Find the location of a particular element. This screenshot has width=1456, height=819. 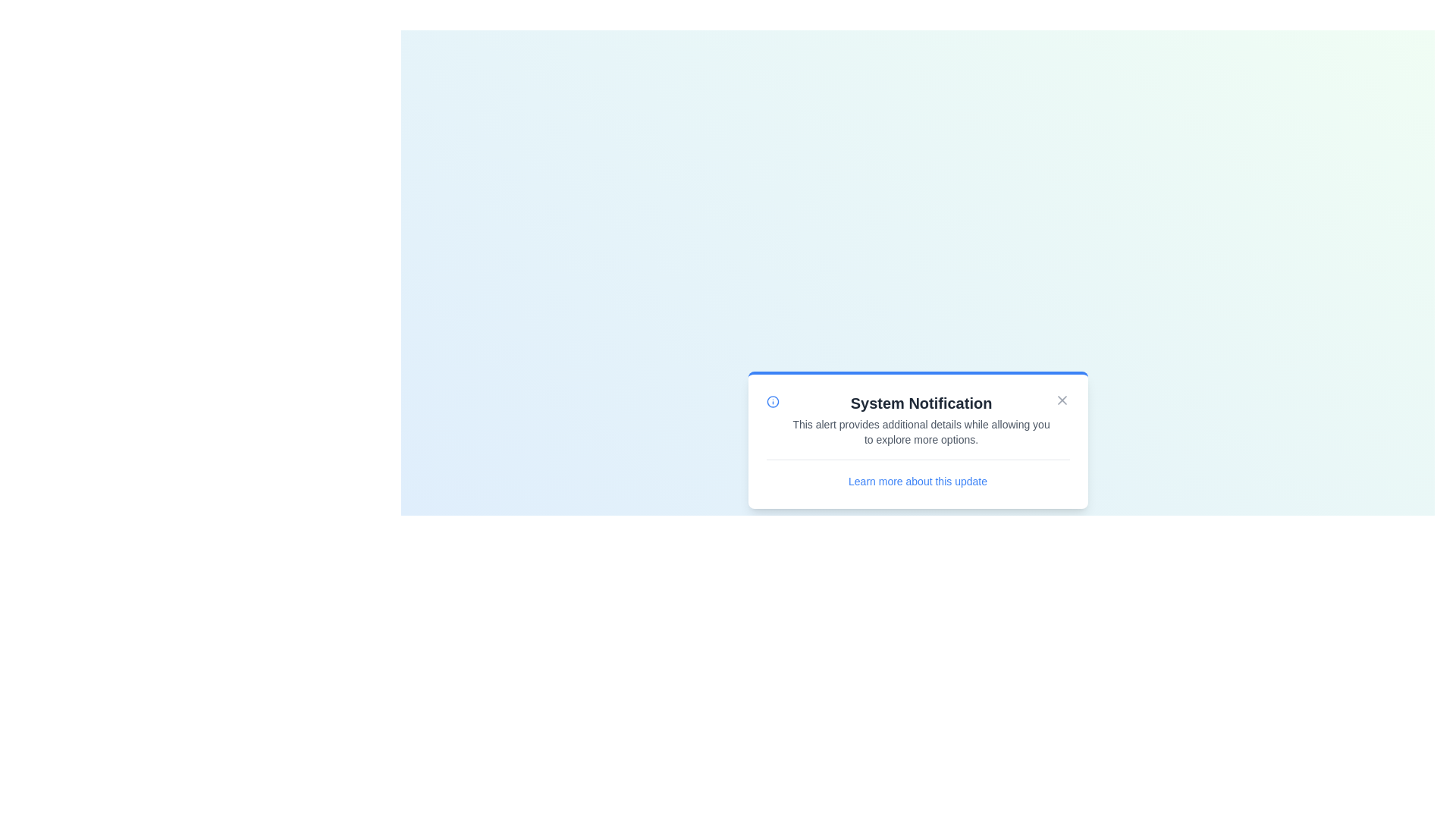

'Learn more about this update' link is located at coordinates (917, 481).